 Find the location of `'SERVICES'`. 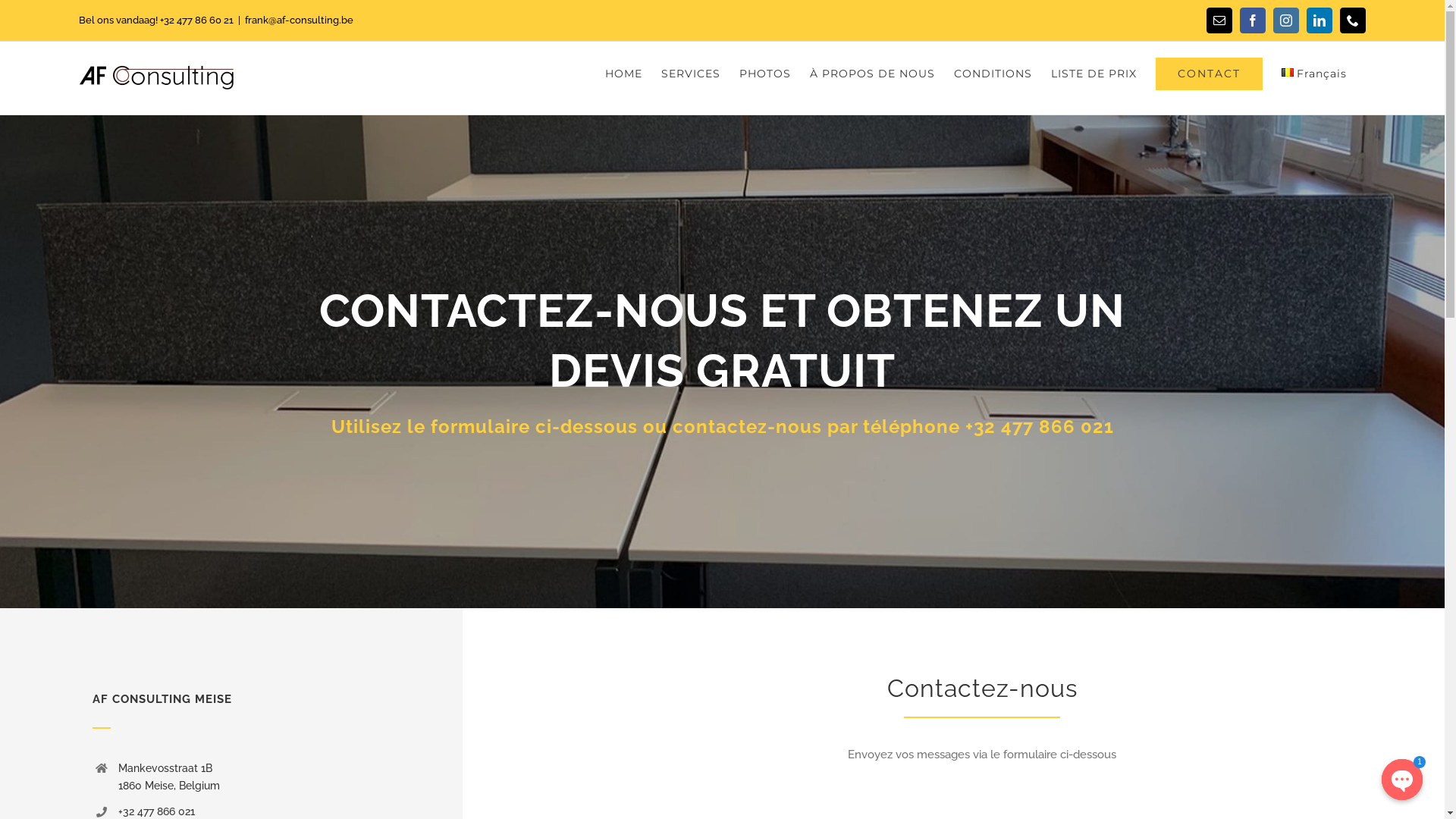

'SERVICES' is located at coordinates (690, 73).